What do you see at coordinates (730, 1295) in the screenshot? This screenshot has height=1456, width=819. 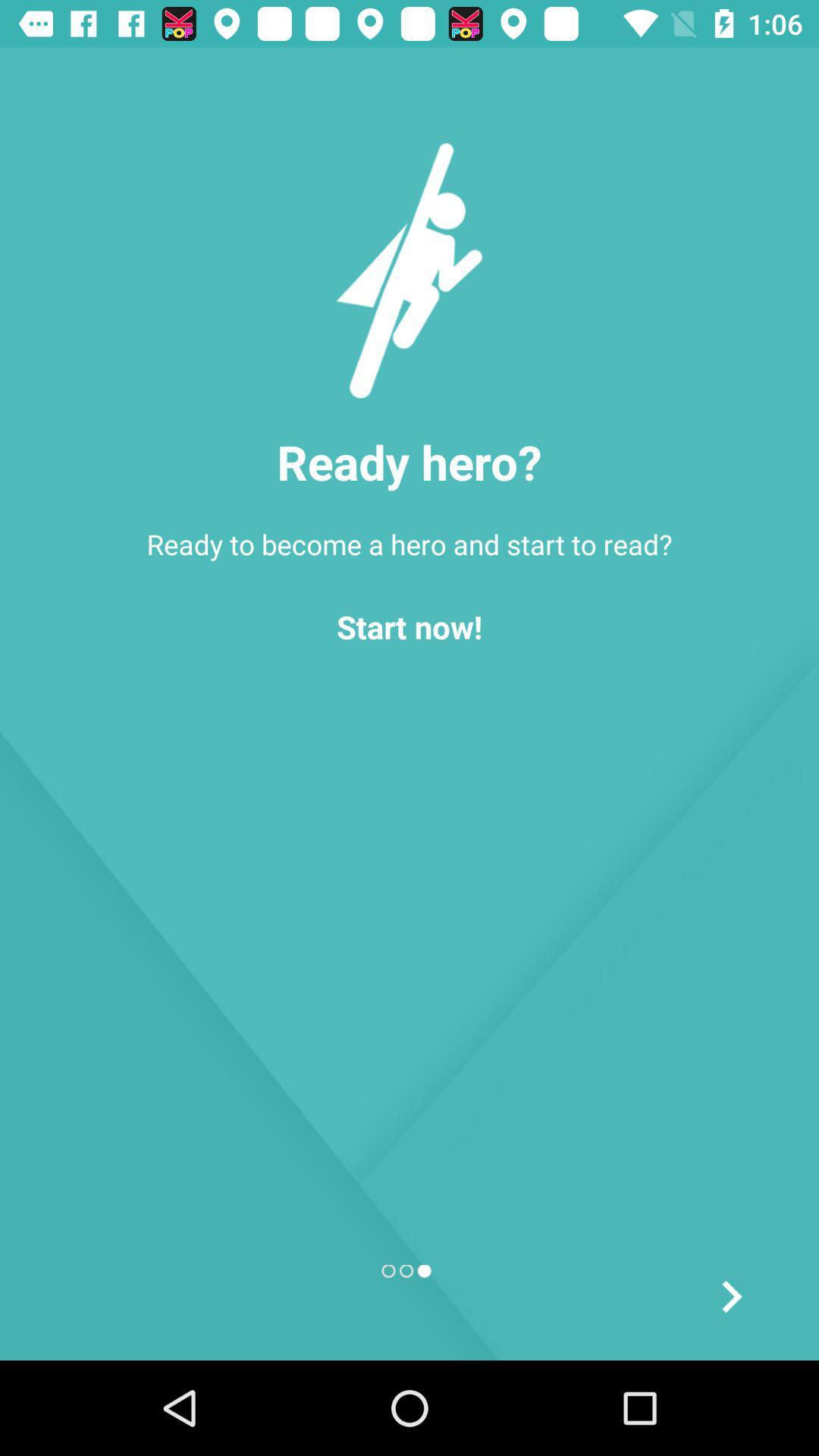 I see `the arrow_forward icon` at bounding box center [730, 1295].